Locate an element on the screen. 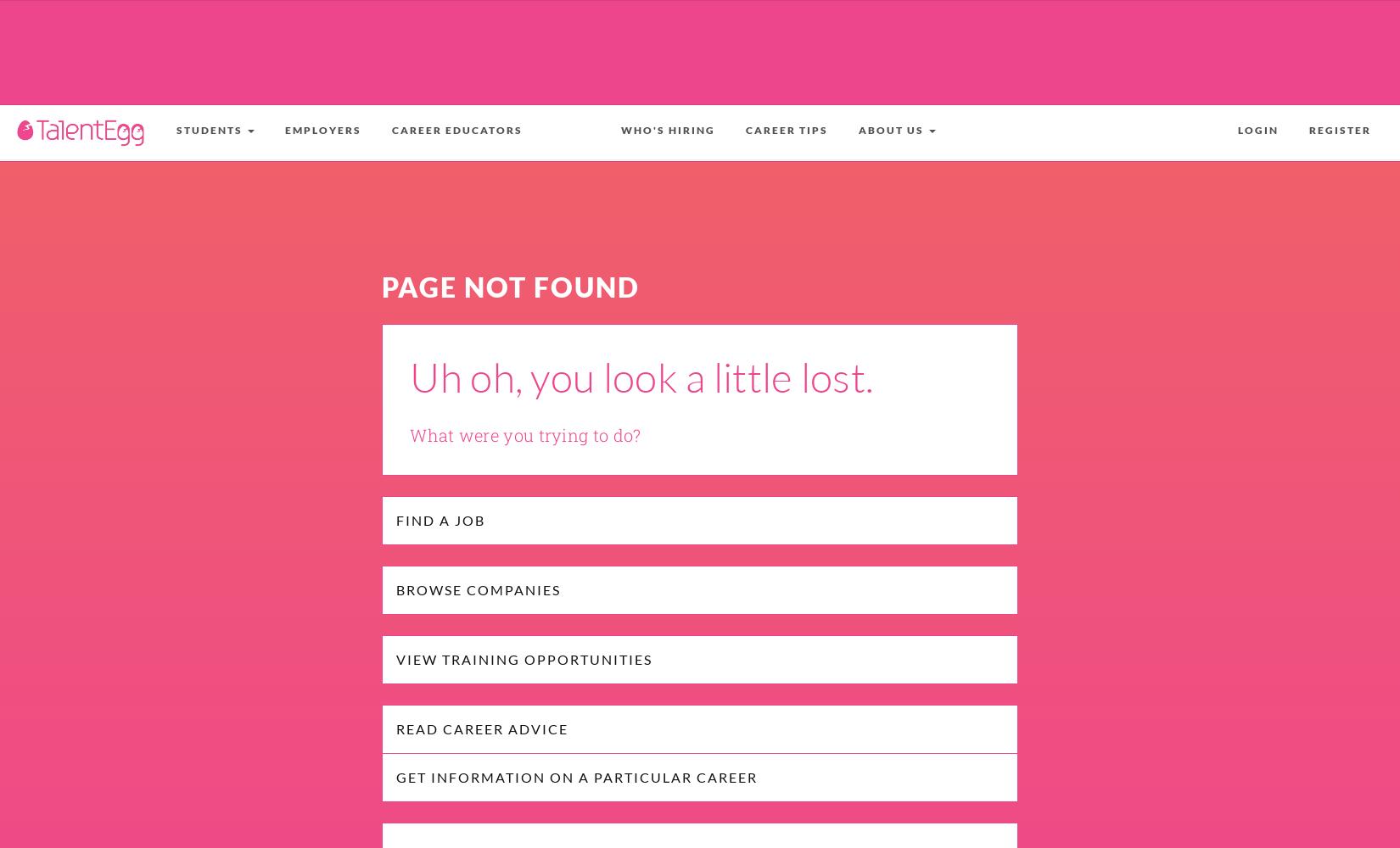 Image resolution: width=1400 pixels, height=848 pixels. 'Get Information on a particular Career' is located at coordinates (575, 777).